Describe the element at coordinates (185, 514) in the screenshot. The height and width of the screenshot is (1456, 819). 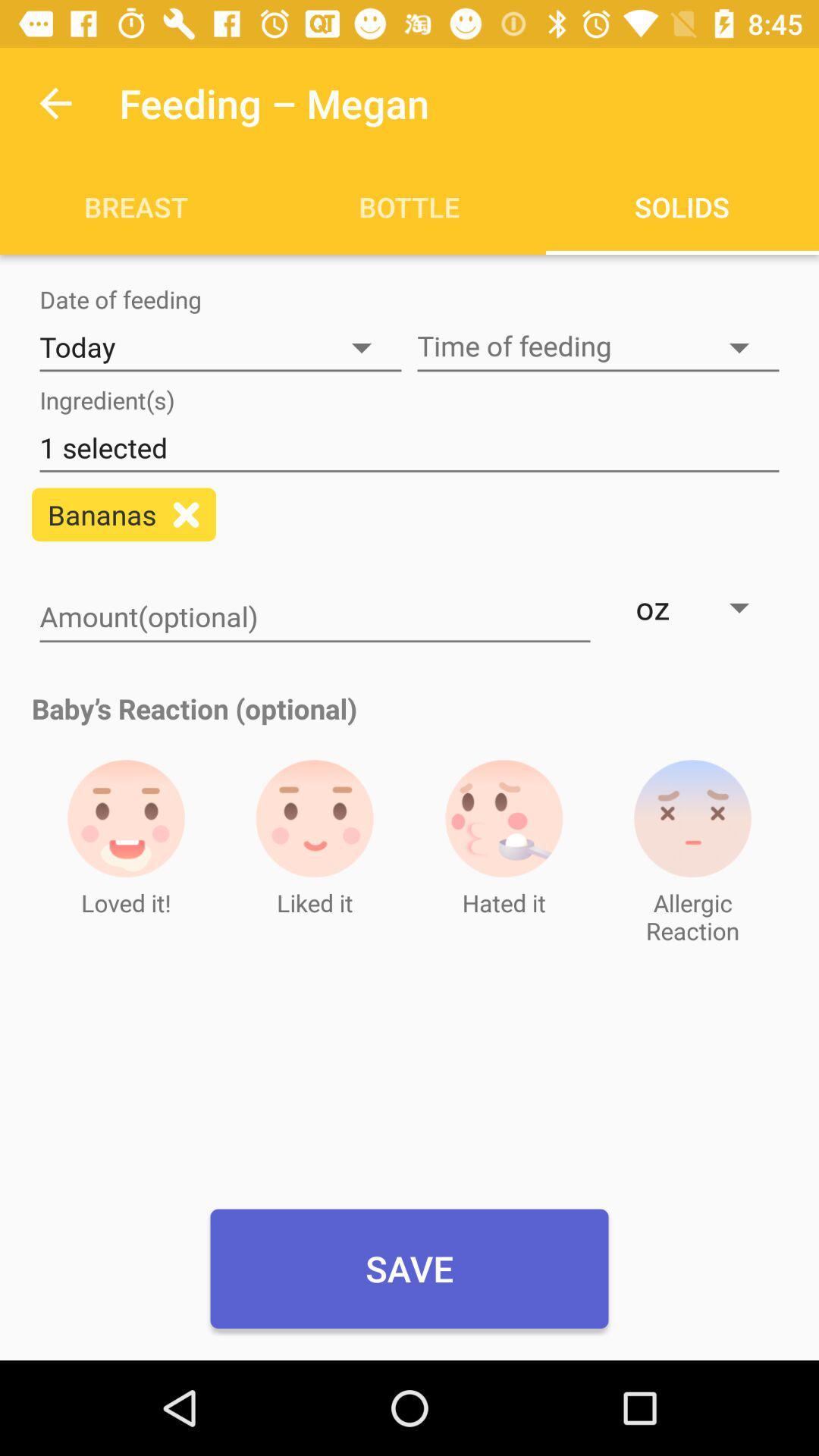
I see `bananas` at that location.